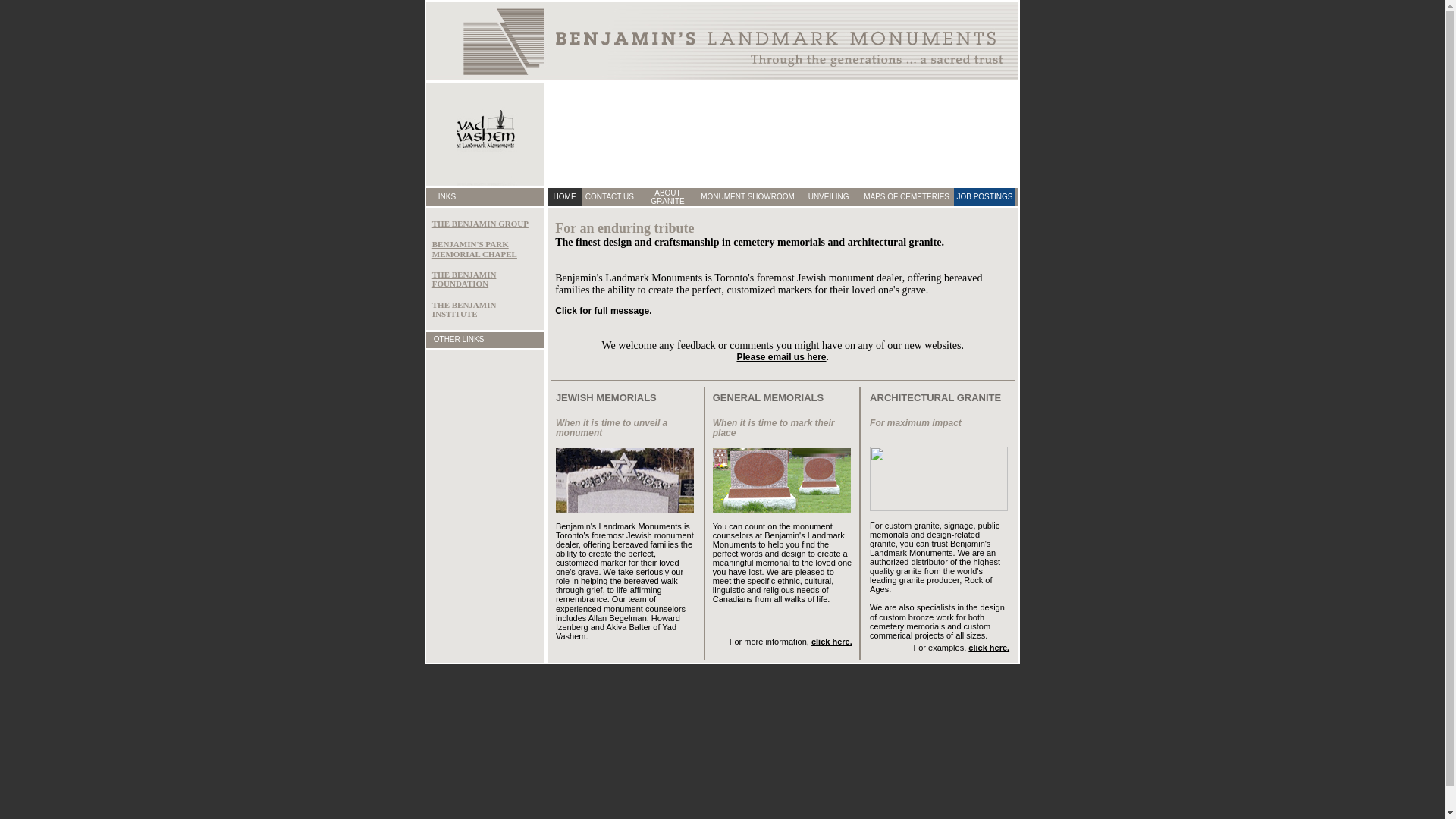 The width and height of the screenshot is (1456, 819). Describe the element at coordinates (605, 397) in the screenshot. I see `'JEWISH MEMORIALS'` at that location.